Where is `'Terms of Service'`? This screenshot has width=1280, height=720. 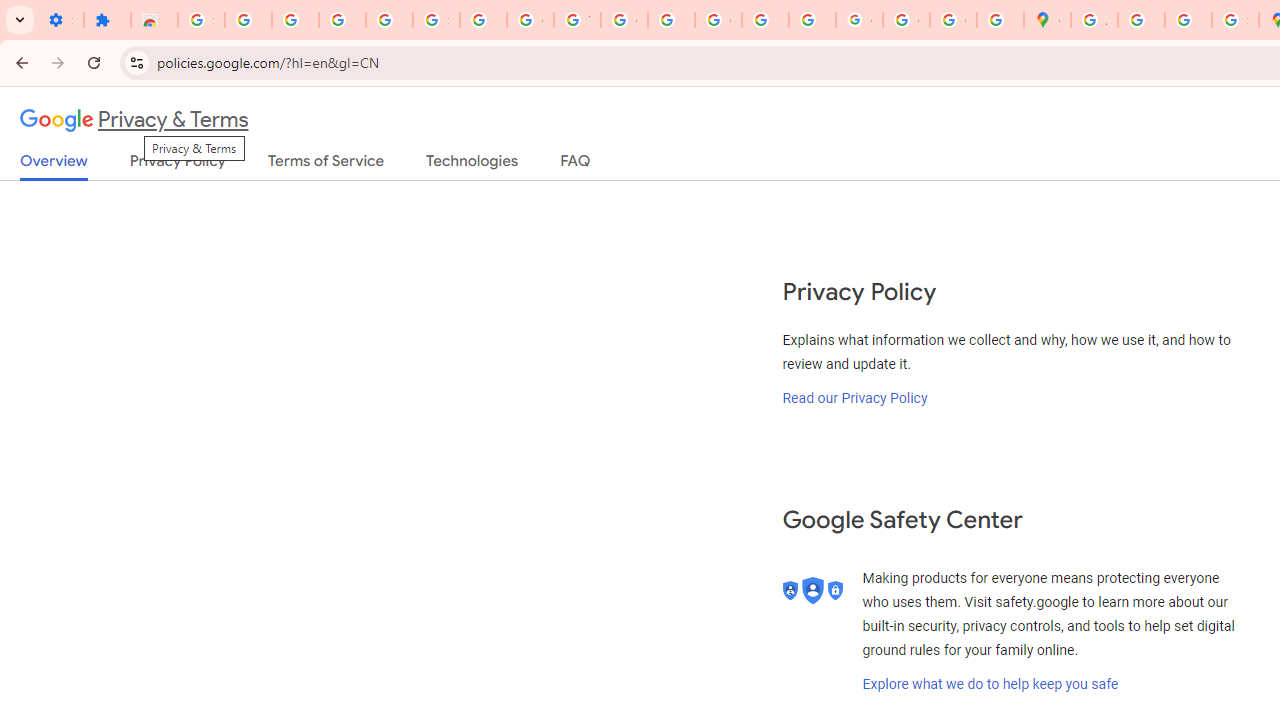 'Terms of Service' is located at coordinates (326, 164).